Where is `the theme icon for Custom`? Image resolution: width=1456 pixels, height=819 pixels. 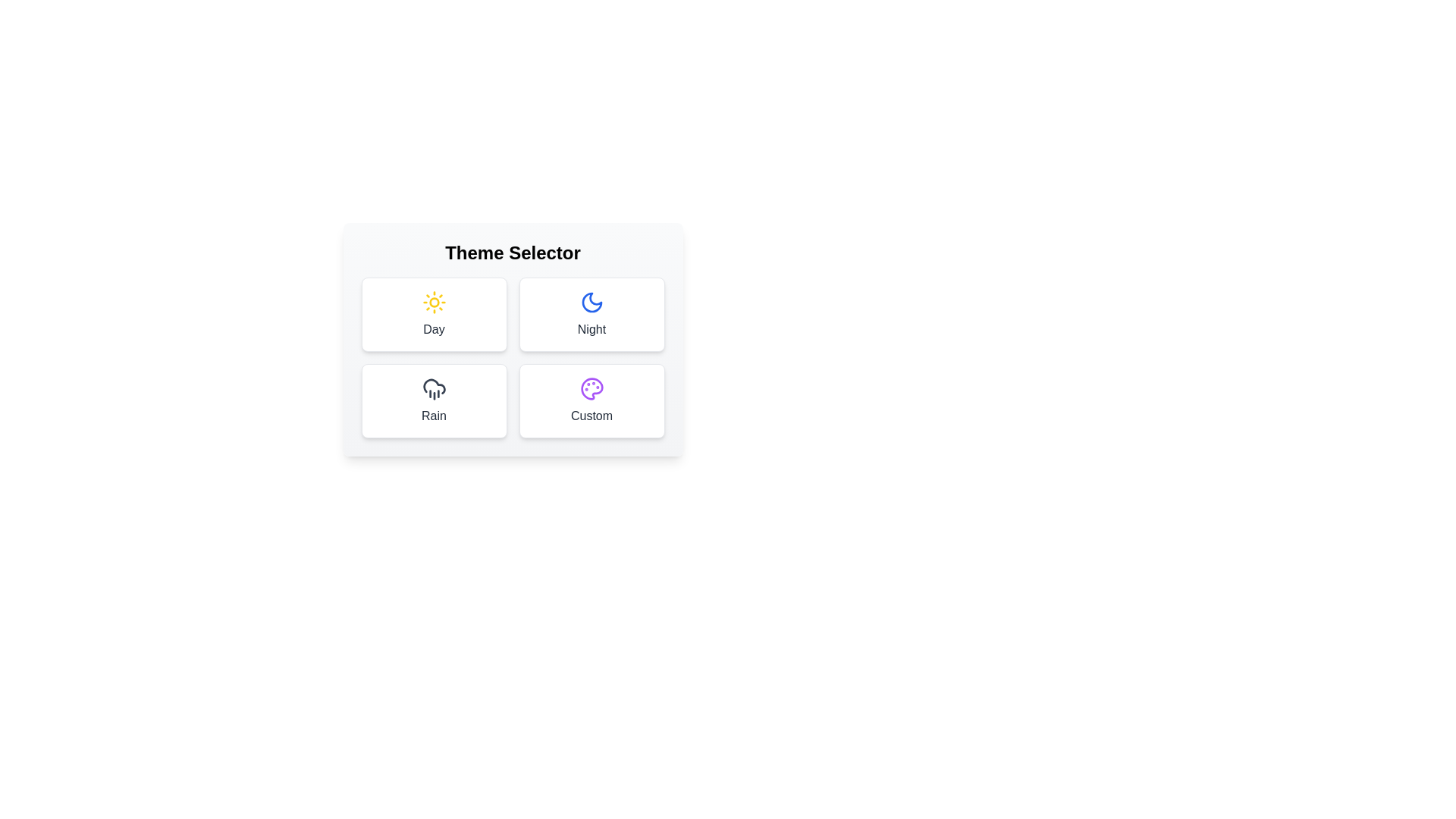 the theme icon for Custom is located at coordinates (591, 400).